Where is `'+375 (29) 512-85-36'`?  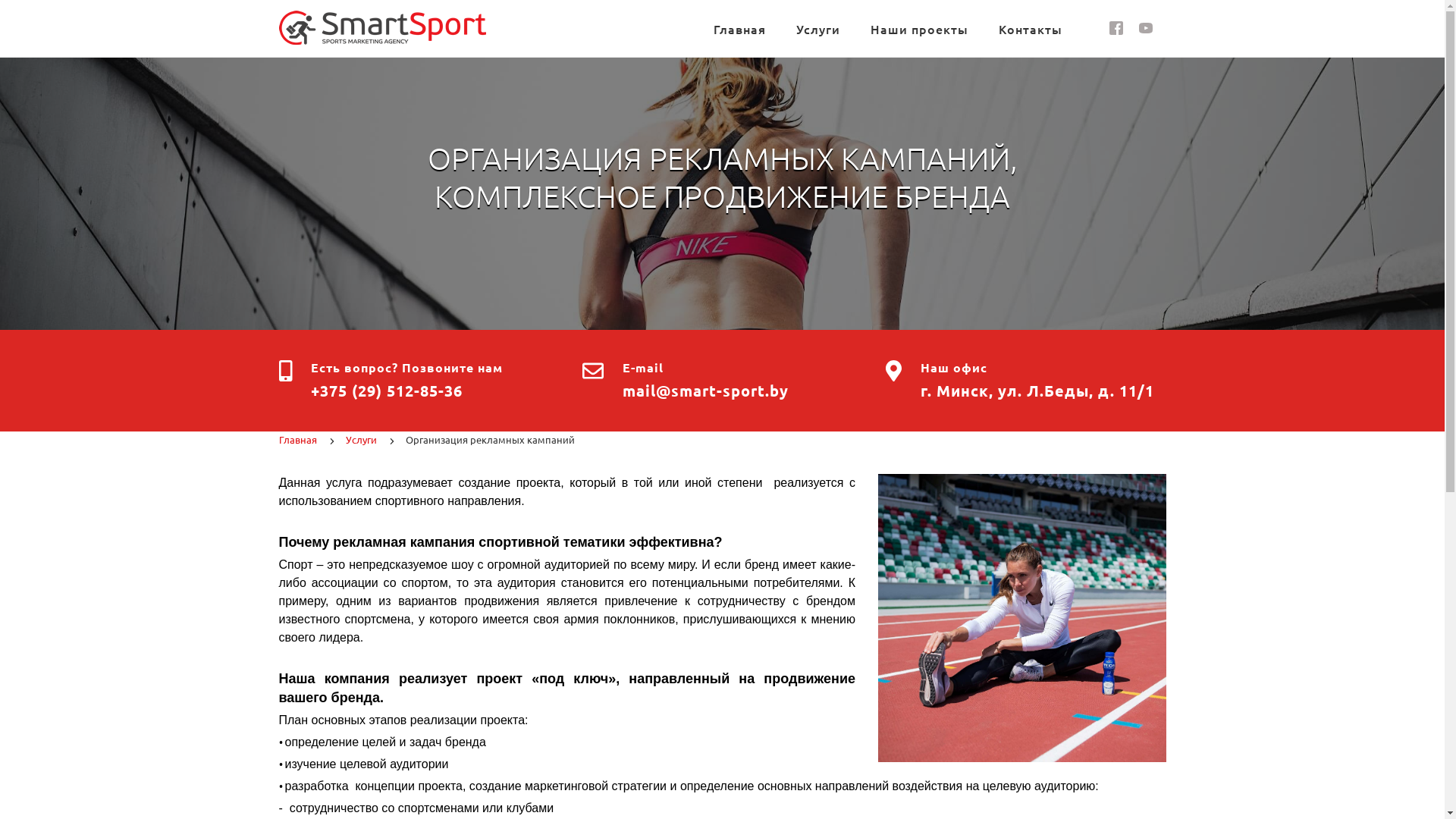 '+375 (29) 512-85-36' is located at coordinates (386, 391).